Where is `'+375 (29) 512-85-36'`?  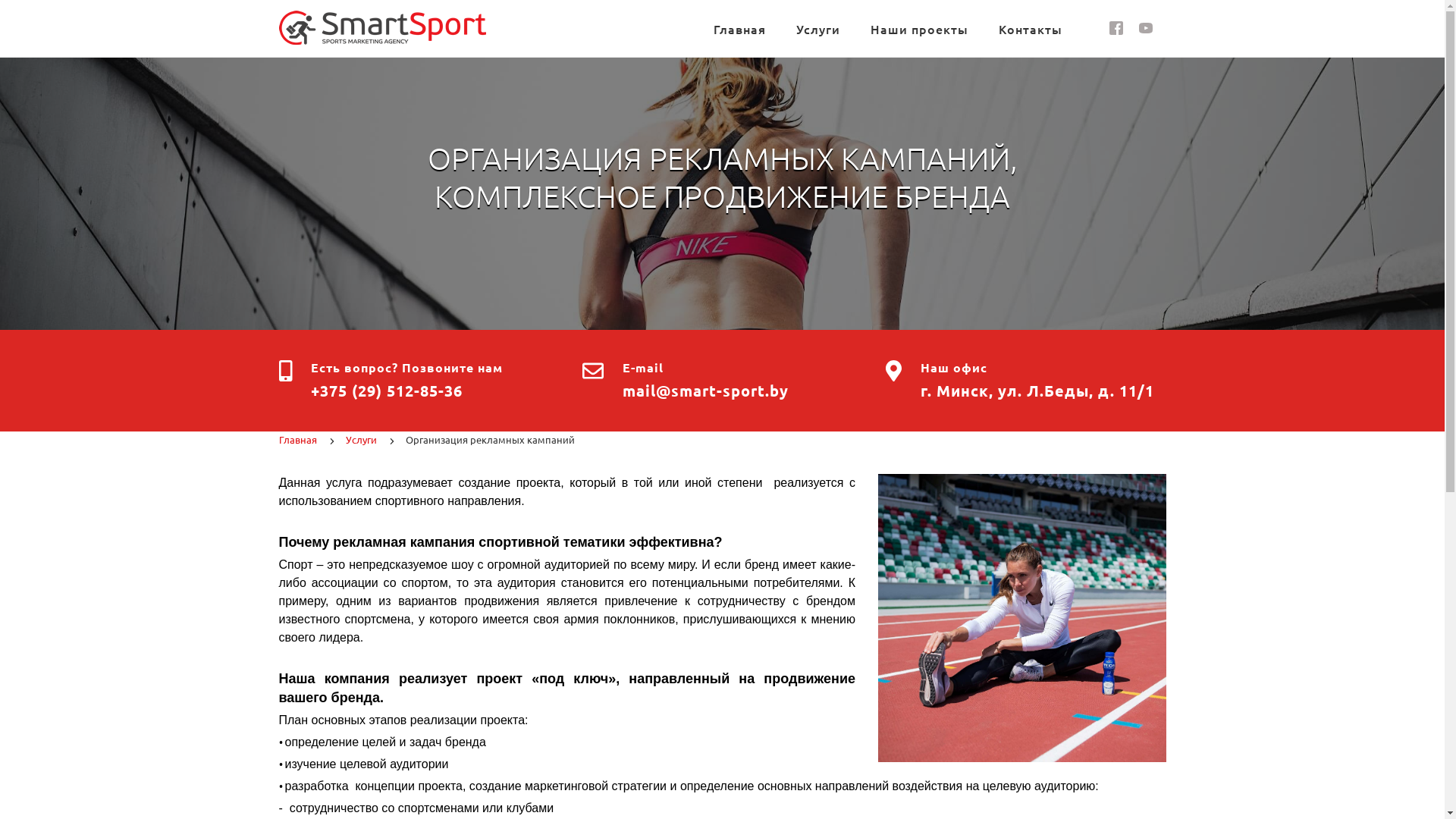 '+375 (29) 512-85-36' is located at coordinates (386, 391).